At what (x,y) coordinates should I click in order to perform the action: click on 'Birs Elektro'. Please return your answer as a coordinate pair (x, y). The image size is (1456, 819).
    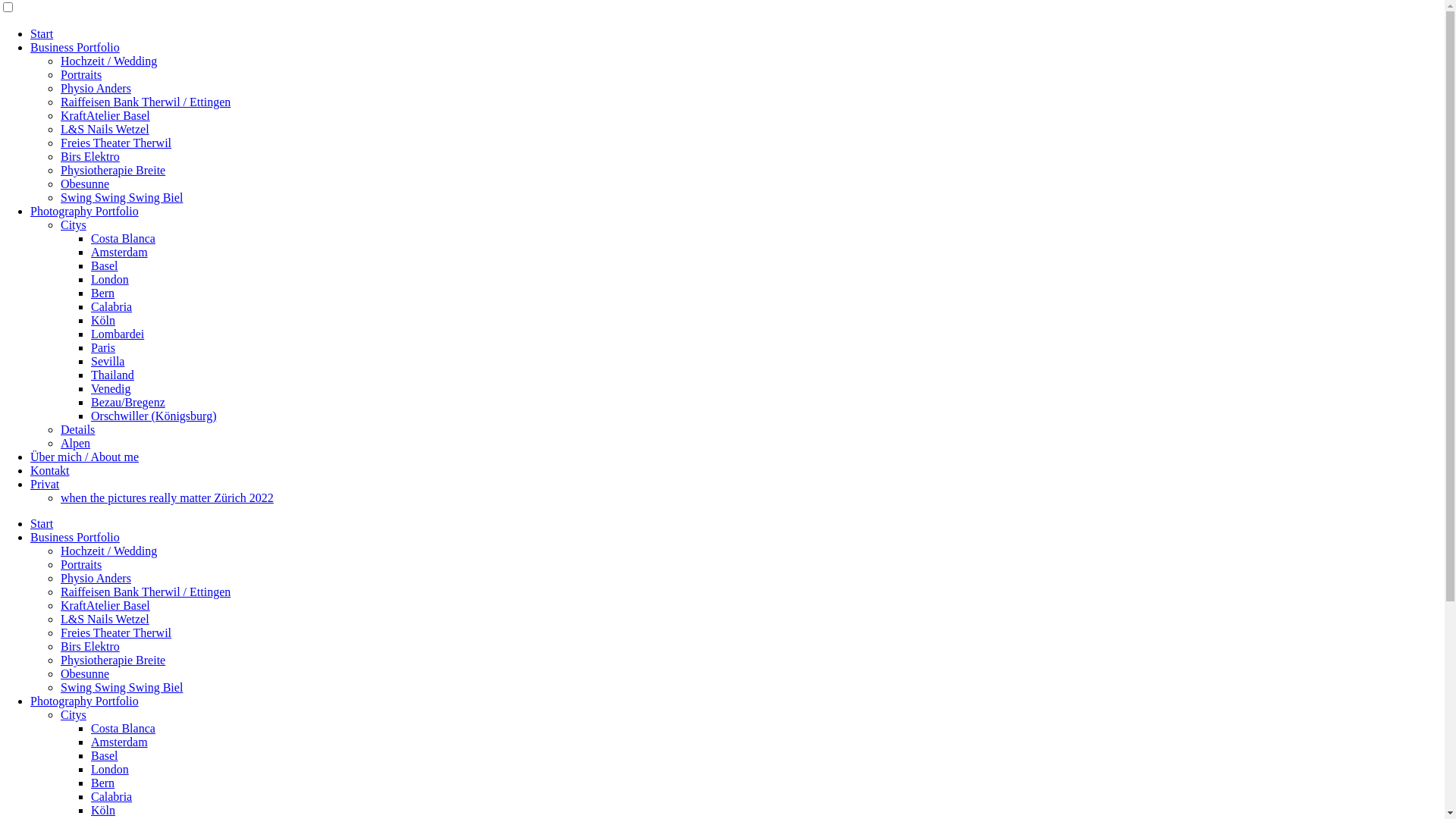
    Looking at the image, I should click on (89, 156).